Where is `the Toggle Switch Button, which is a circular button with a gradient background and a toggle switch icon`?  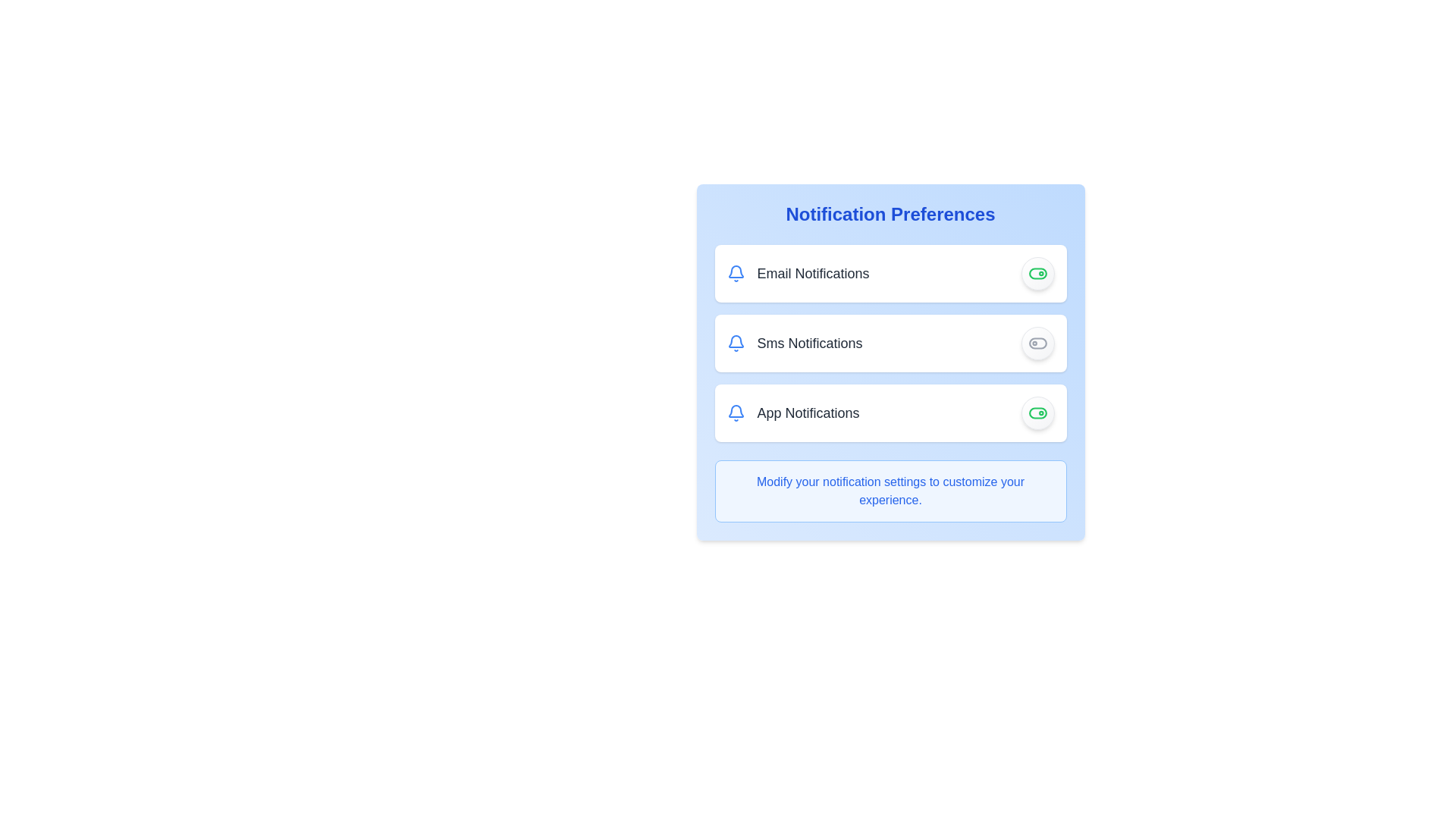
the Toggle Switch Button, which is a circular button with a gradient background and a toggle switch icon is located at coordinates (1037, 343).